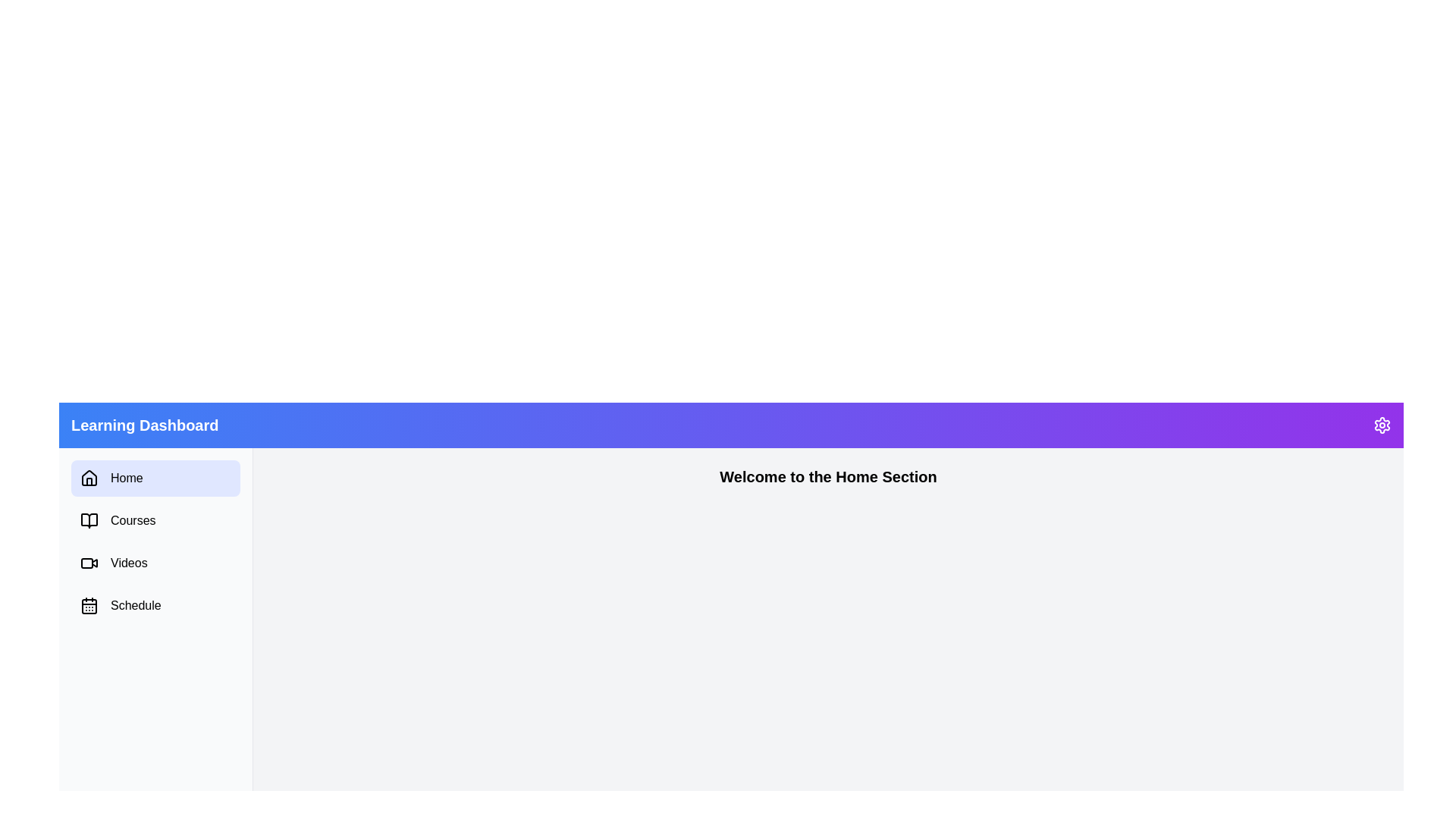  I want to click on the open book icon associated with the 'Courses' menu item in the side navigation panel, so click(89, 519).